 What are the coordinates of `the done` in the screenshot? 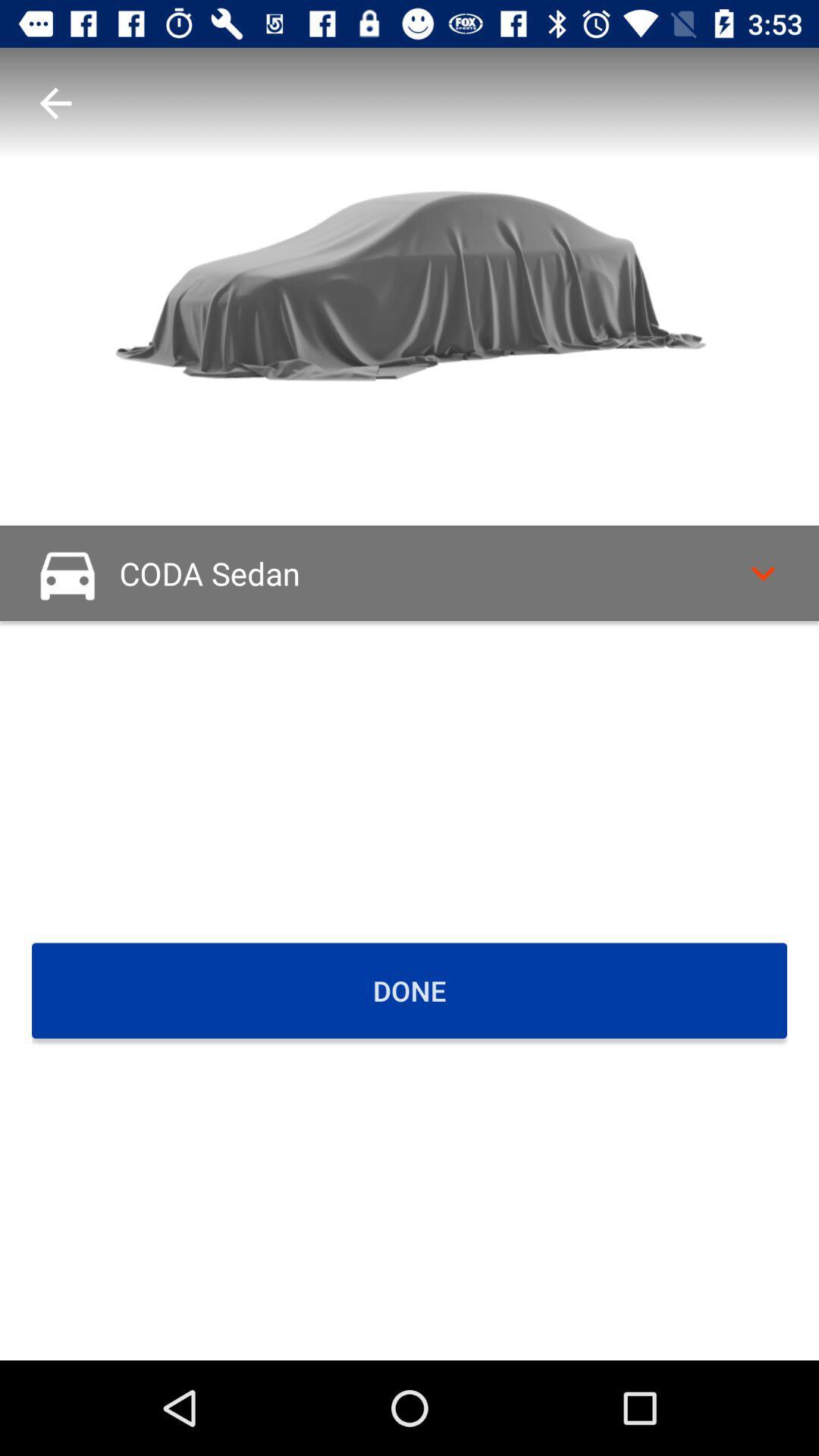 It's located at (409, 990).